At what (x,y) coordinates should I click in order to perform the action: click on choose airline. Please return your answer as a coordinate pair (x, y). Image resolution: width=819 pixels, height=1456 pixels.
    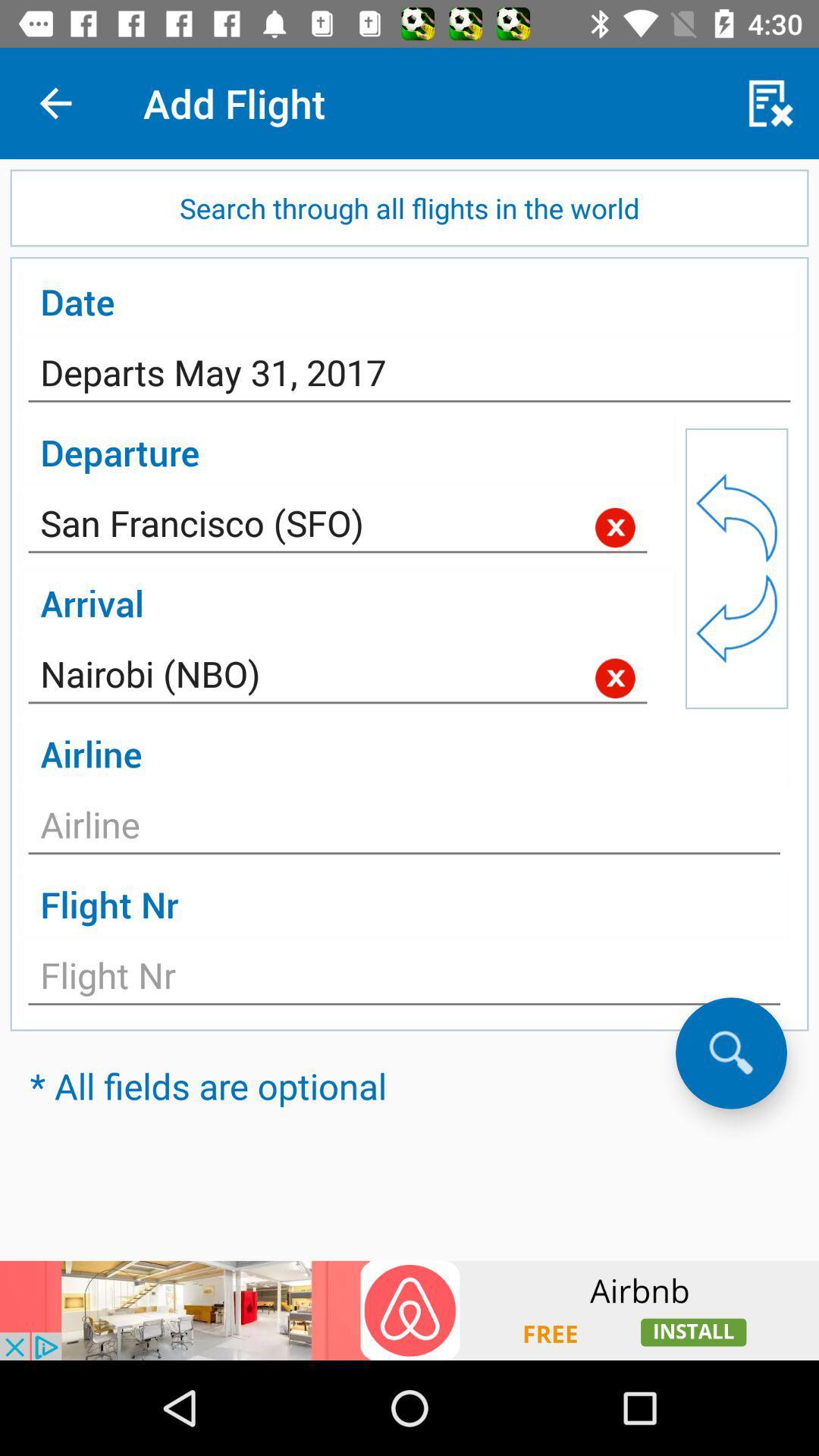
    Looking at the image, I should click on (403, 828).